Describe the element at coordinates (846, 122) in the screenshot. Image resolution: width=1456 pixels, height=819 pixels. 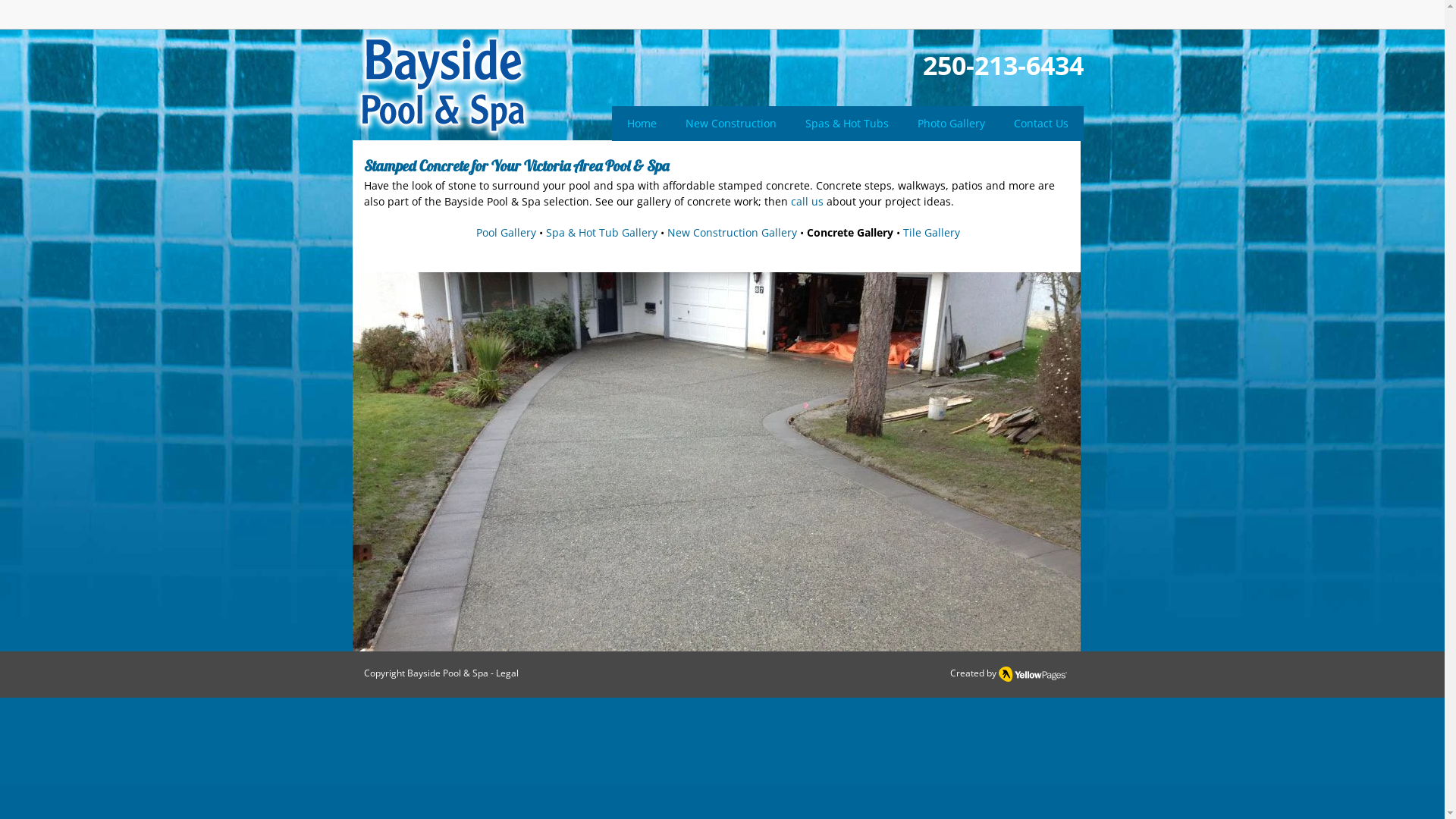
I see `'Spas & Hot Tubs'` at that location.